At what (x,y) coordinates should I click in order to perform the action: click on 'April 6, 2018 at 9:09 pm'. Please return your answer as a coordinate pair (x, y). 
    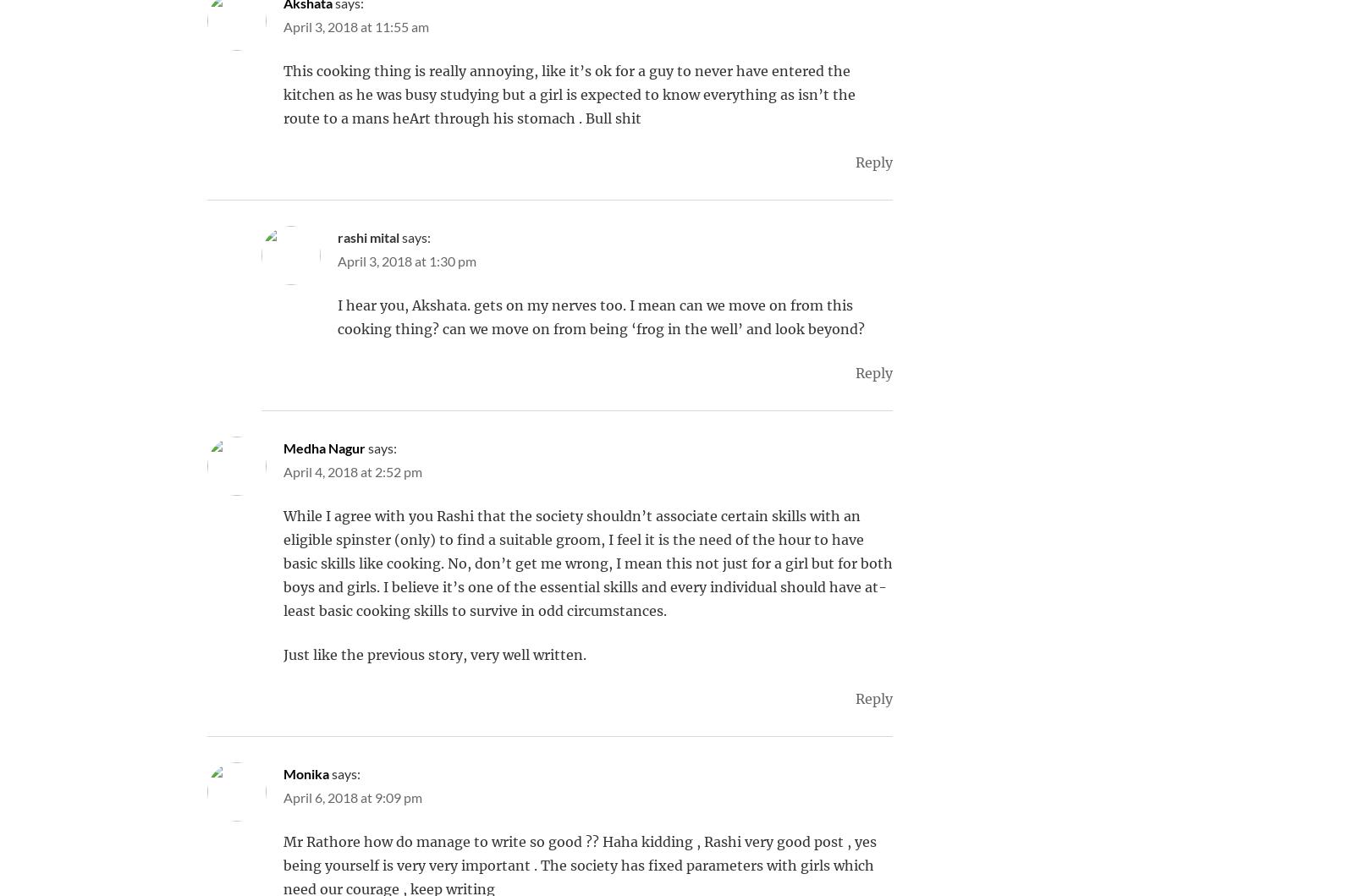
    Looking at the image, I should click on (351, 797).